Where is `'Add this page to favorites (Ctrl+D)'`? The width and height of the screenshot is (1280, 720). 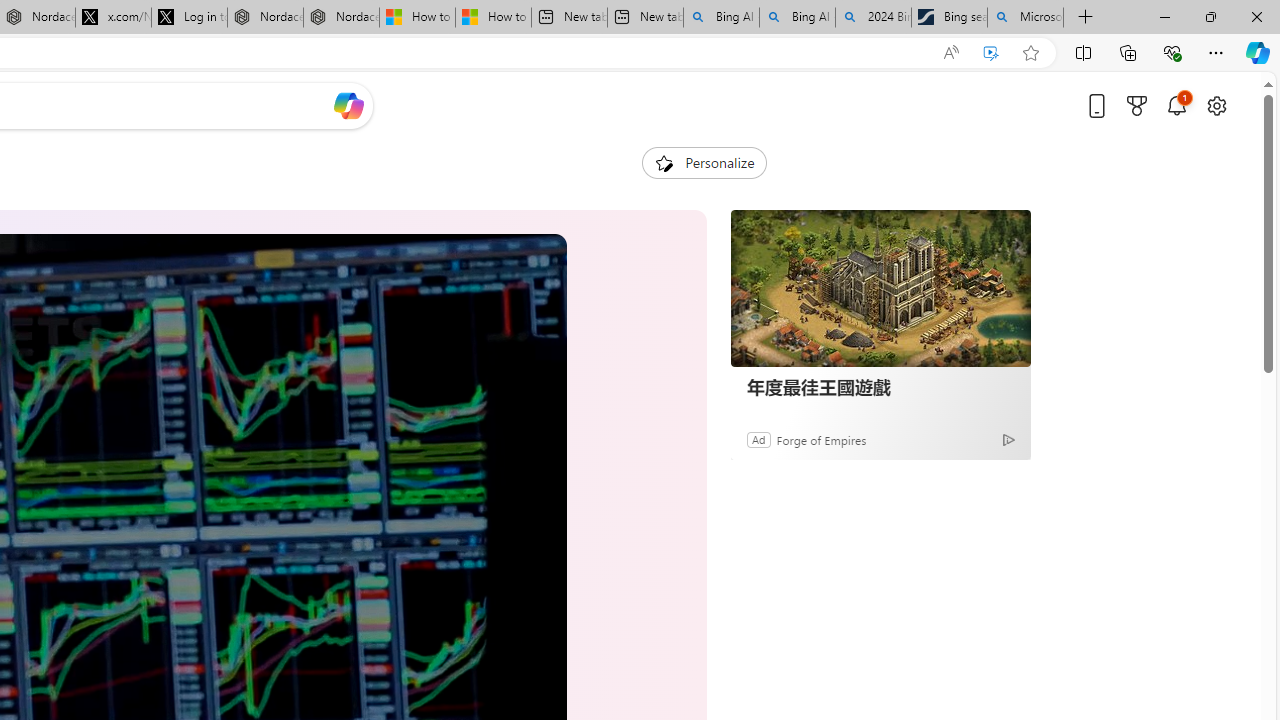 'Add this page to favorites (Ctrl+D)' is located at coordinates (1031, 52).